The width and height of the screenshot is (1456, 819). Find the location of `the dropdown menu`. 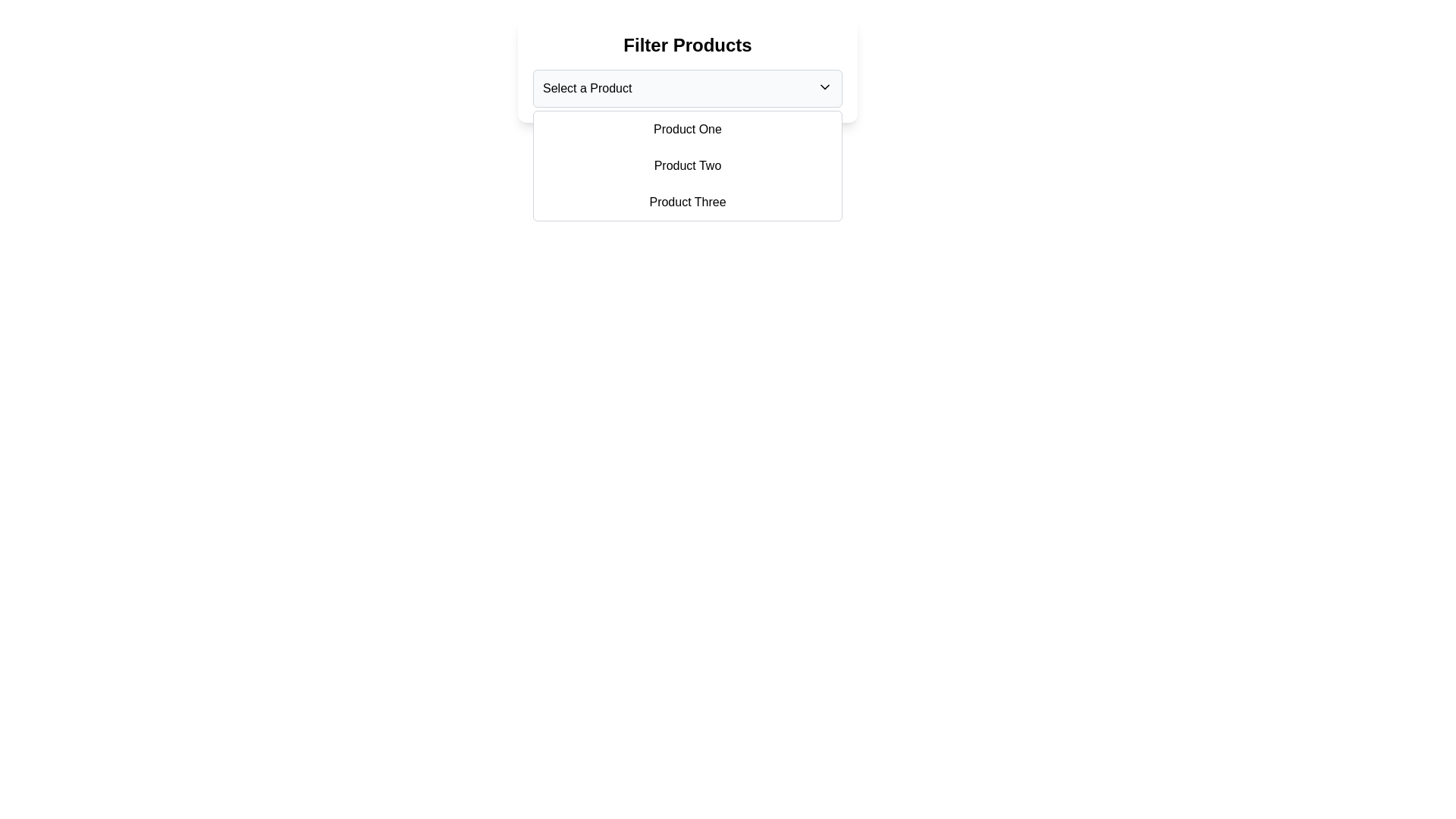

the dropdown menu is located at coordinates (687, 166).